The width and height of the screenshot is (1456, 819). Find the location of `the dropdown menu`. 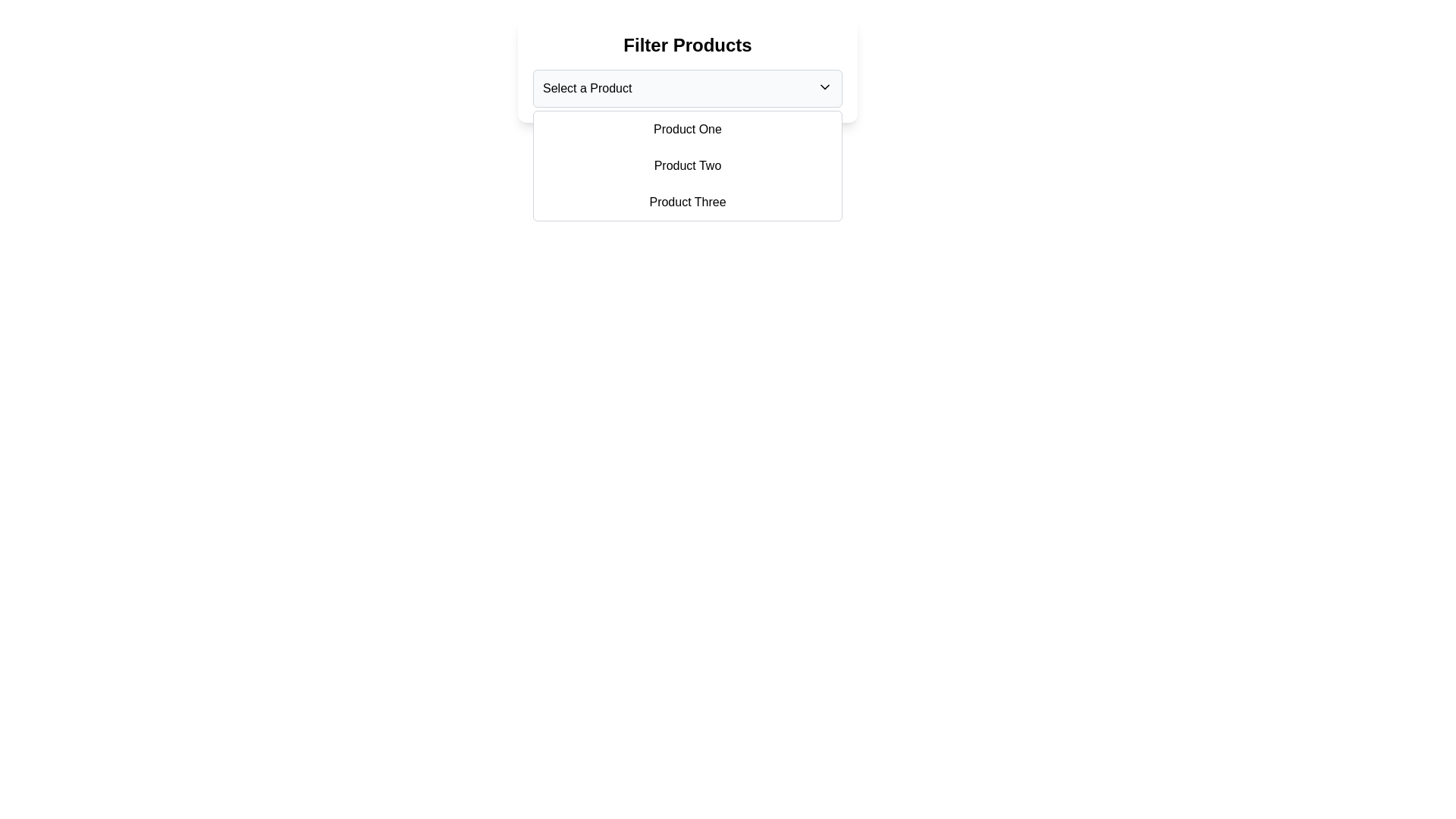

the dropdown menu is located at coordinates (687, 166).